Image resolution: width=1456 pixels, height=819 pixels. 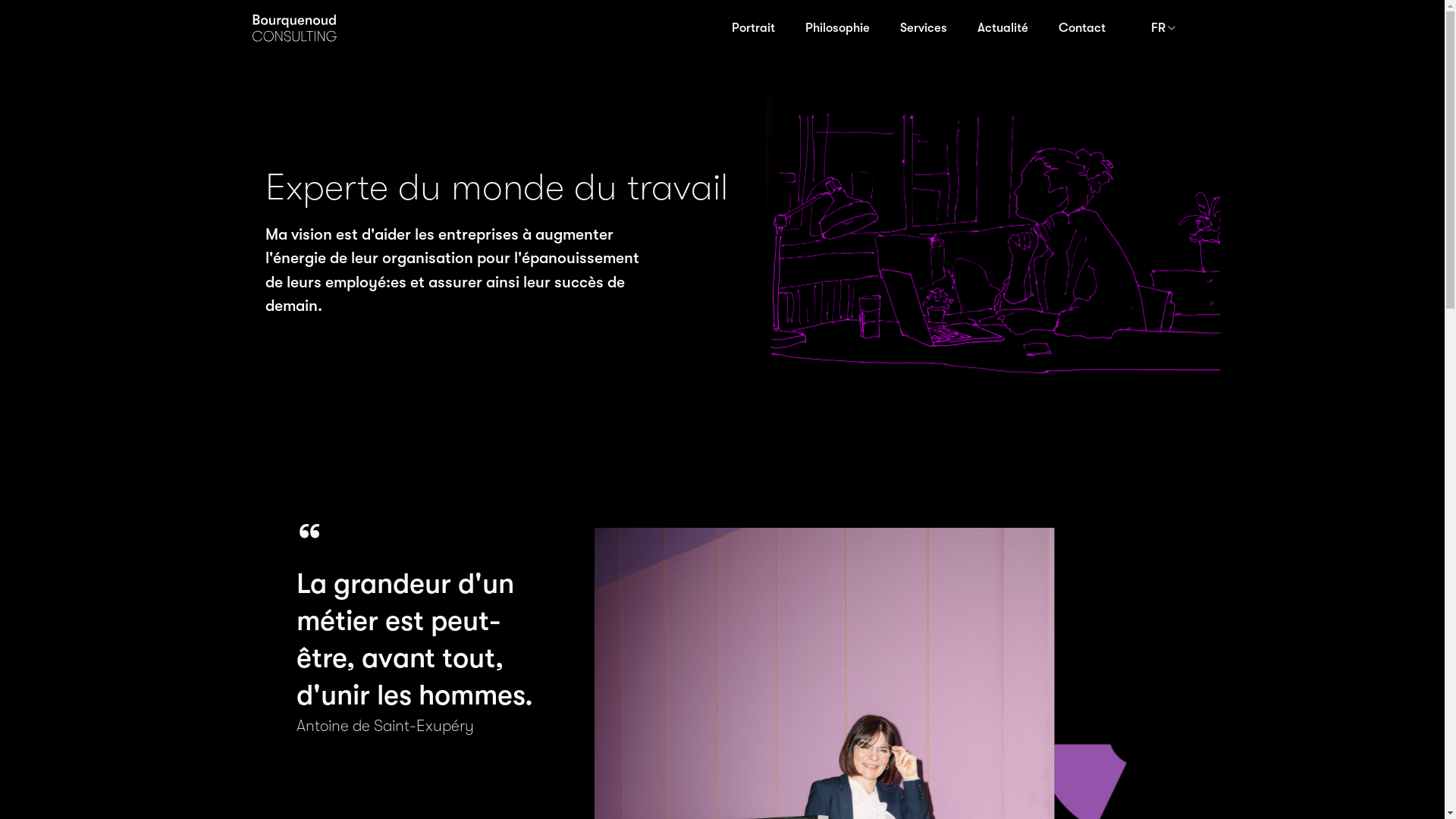 What do you see at coordinates (884, 27) in the screenshot?
I see `'Services'` at bounding box center [884, 27].